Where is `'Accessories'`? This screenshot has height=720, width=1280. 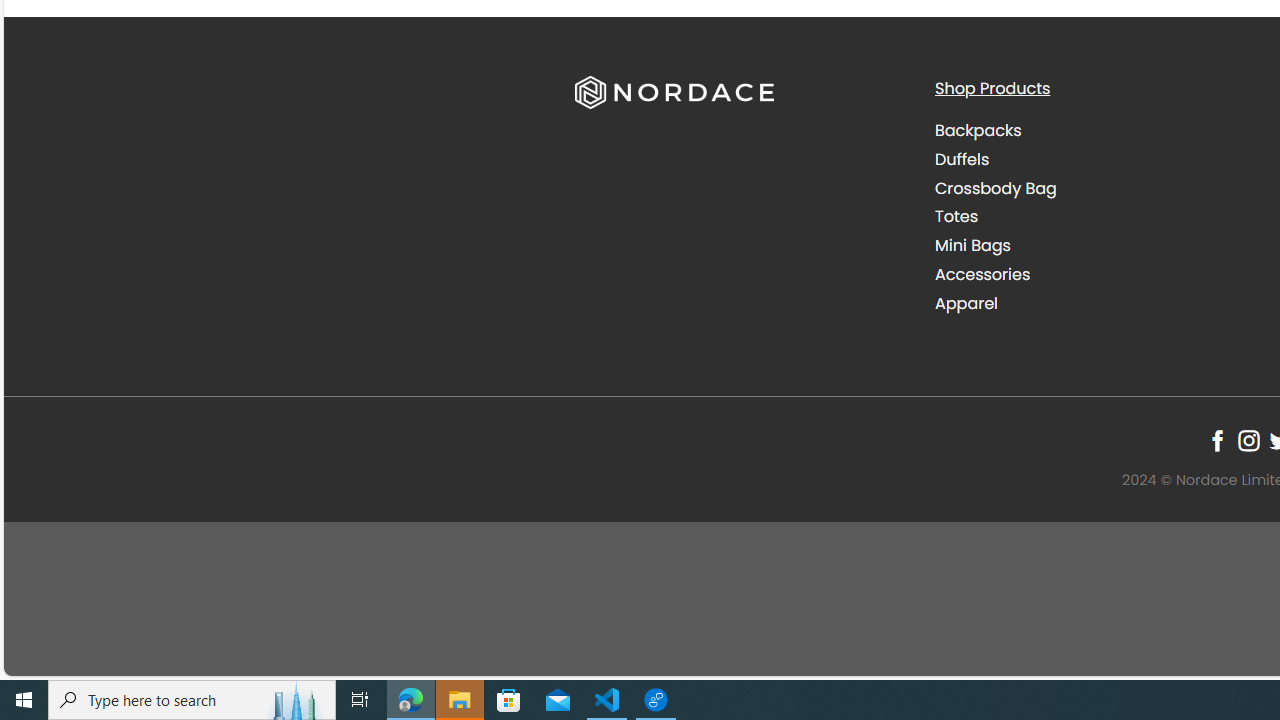
'Accessories' is located at coordinates (1098, 274).